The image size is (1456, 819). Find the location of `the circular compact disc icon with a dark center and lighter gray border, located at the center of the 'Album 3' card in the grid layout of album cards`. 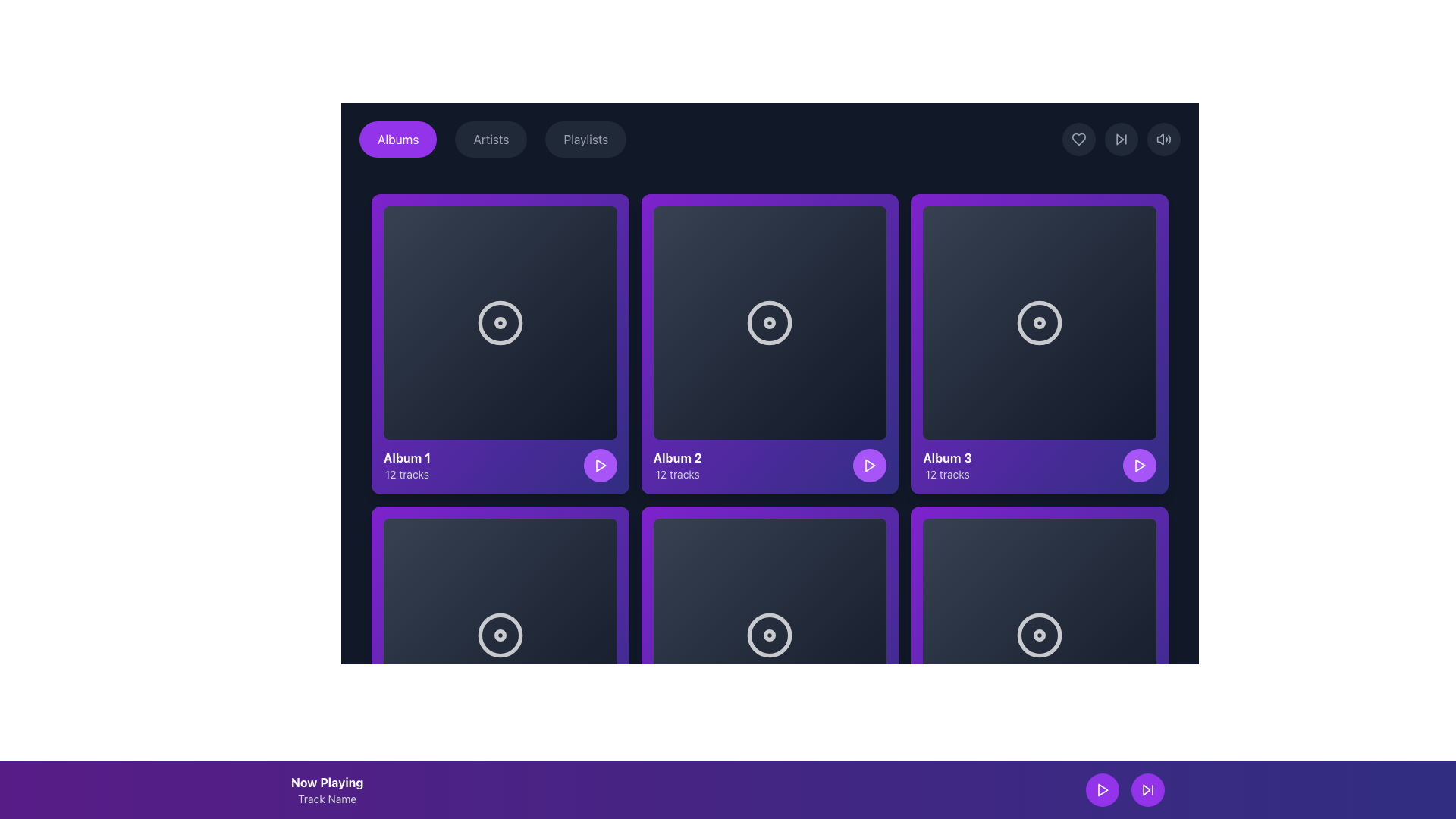

the circular compact disc icon with a dark center and lighter gray border, located at the center of the 'Album 3' card in the grid layout of album cards is located at coordinates (1039, 322).